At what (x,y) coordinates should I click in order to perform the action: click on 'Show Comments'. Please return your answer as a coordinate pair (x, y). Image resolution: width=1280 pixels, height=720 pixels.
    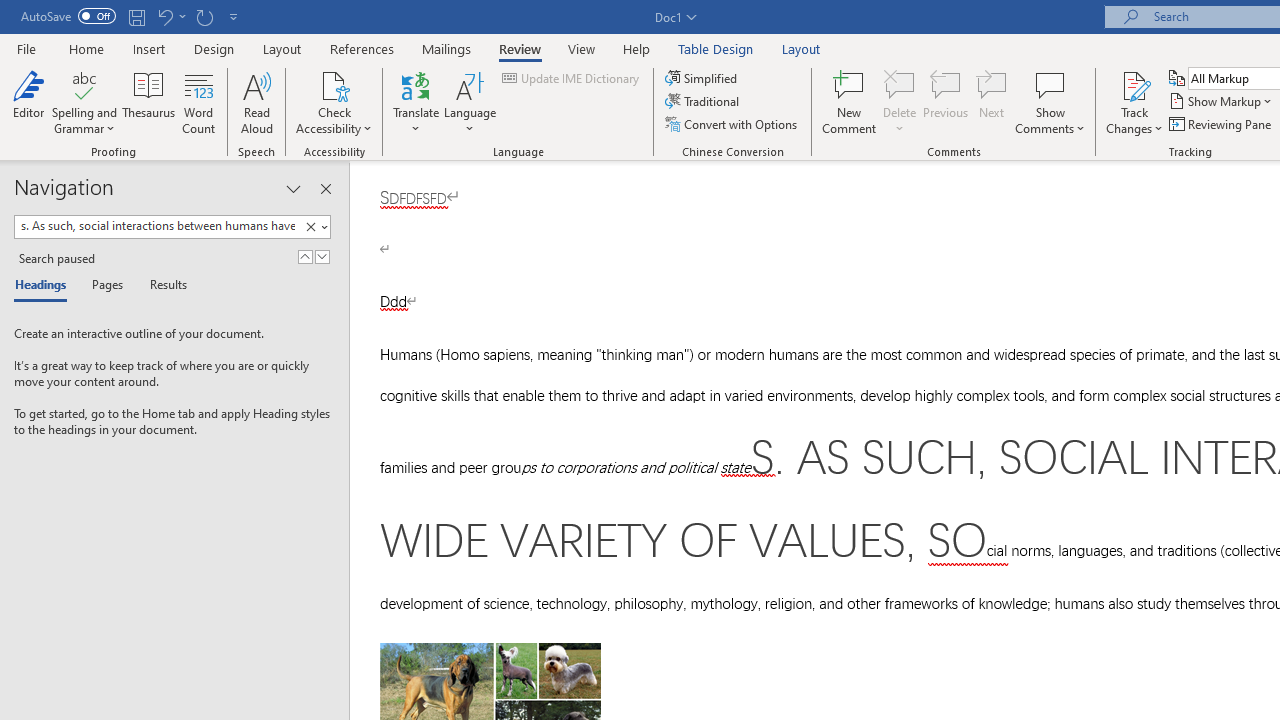
    Looking at the image, I should click on (1049, 103).